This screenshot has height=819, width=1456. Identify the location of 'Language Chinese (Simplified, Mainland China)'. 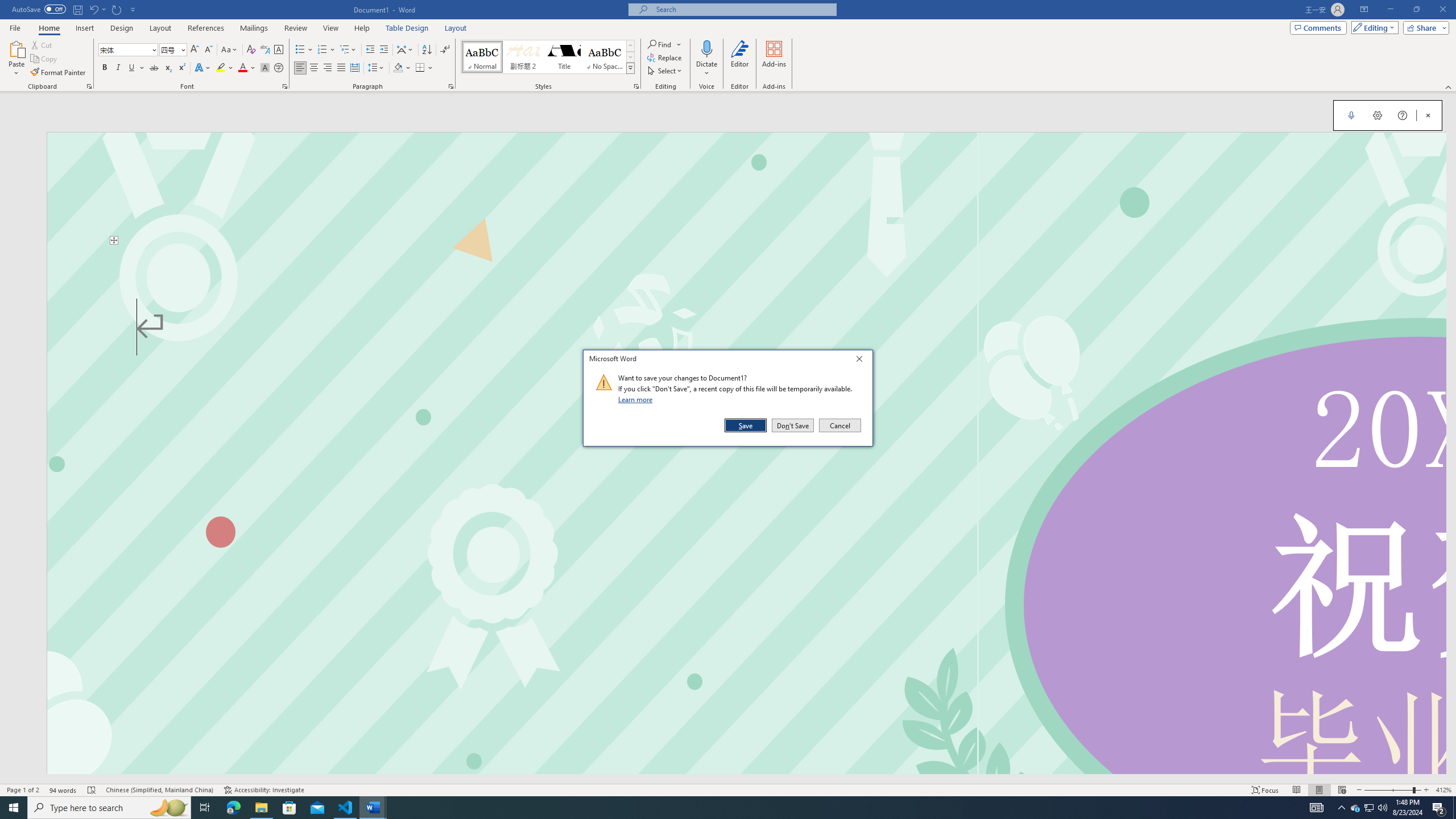
(160, 790).